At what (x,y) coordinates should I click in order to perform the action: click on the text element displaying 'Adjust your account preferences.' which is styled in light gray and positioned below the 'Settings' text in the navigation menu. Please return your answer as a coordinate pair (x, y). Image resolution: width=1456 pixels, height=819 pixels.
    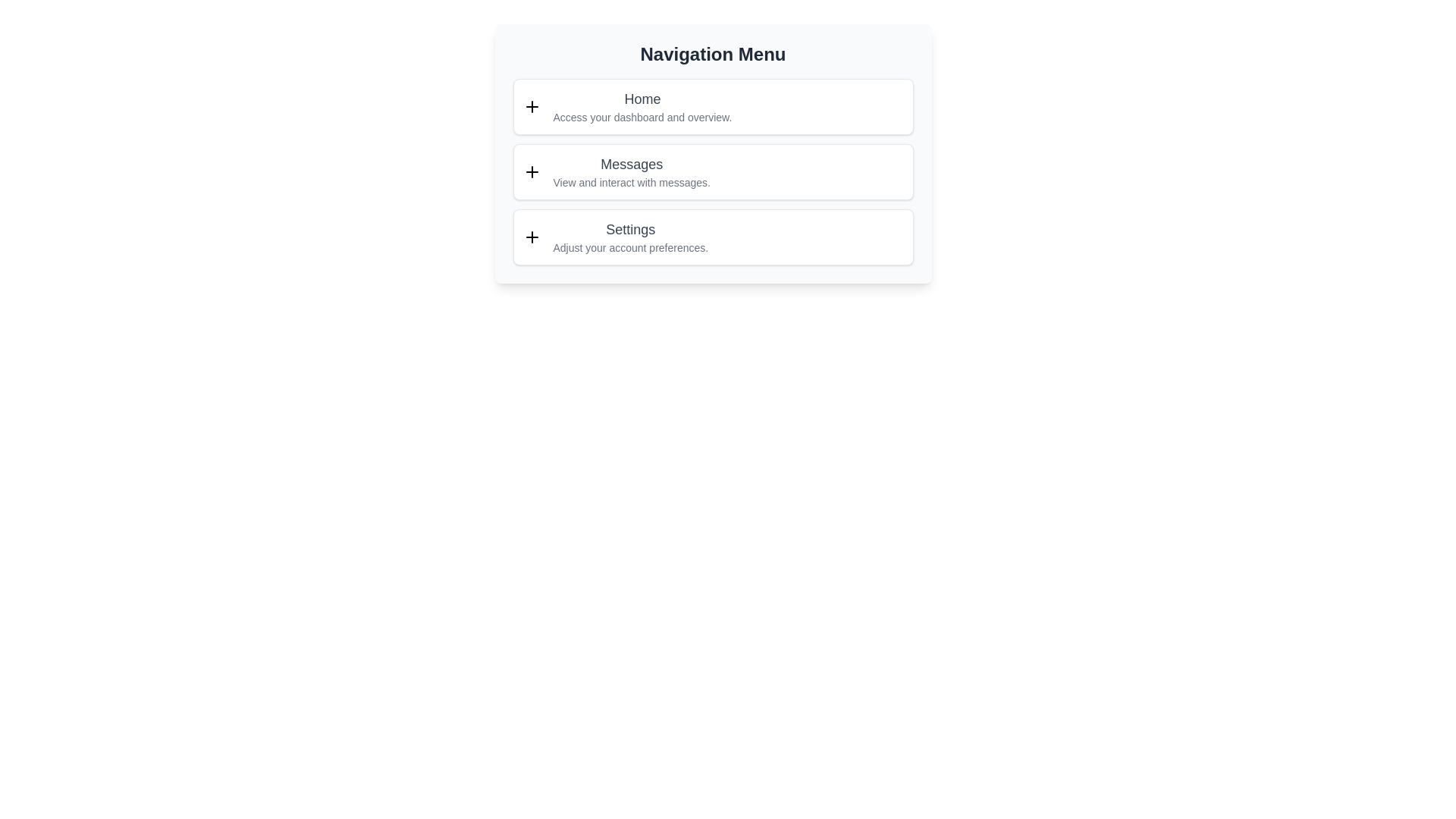
    Looking at the image, I should click on (630, 247).